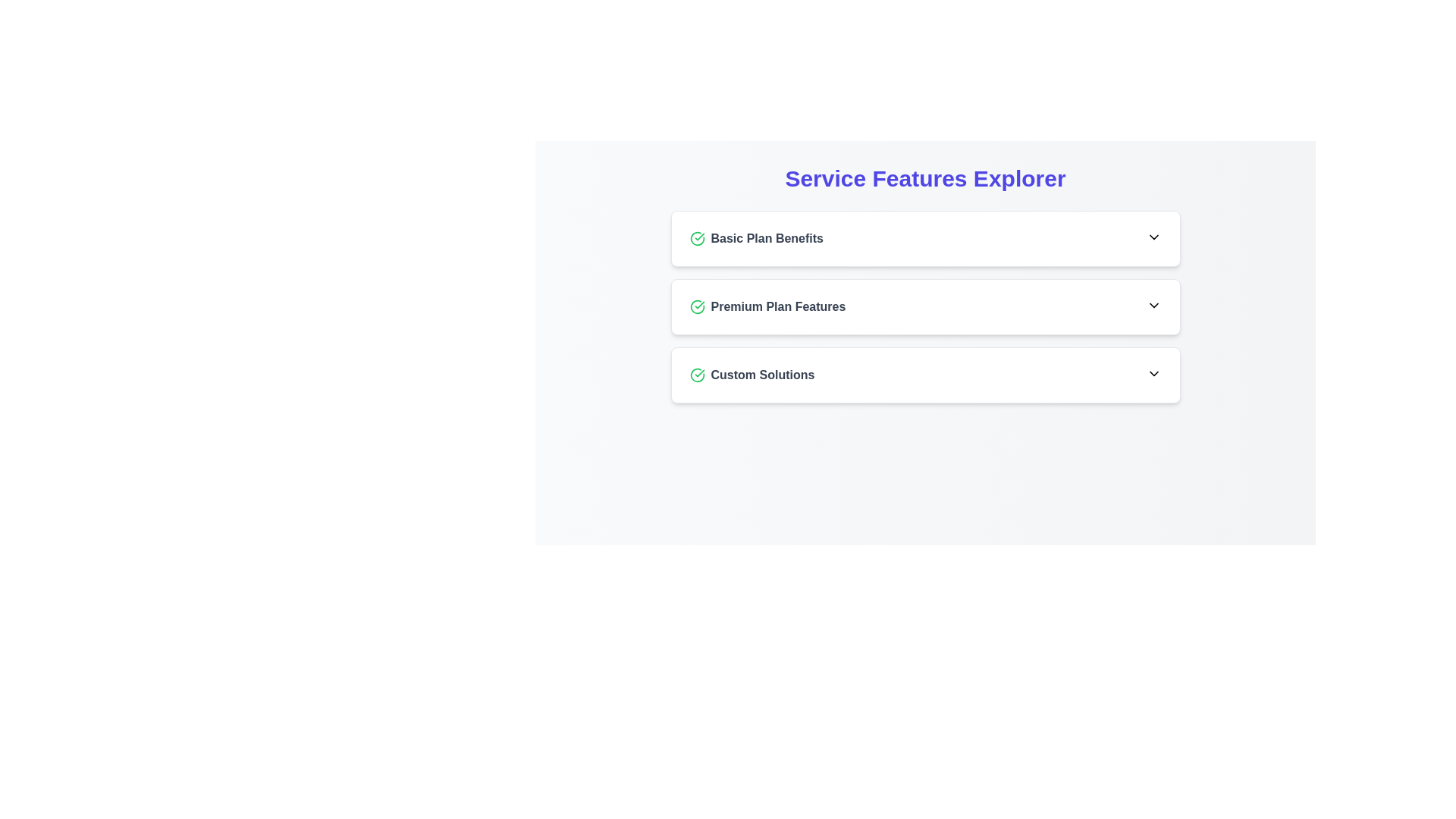 The image size is (1456, 819). Describe the element at coordinates (767, 307) in the screenshot. I see `text 'Premium Plan Features' from the label in the Service Features Explorer section, which is visually positioned between 'Basic Plan Benefits' and 'Custom Solutions'` at that location.